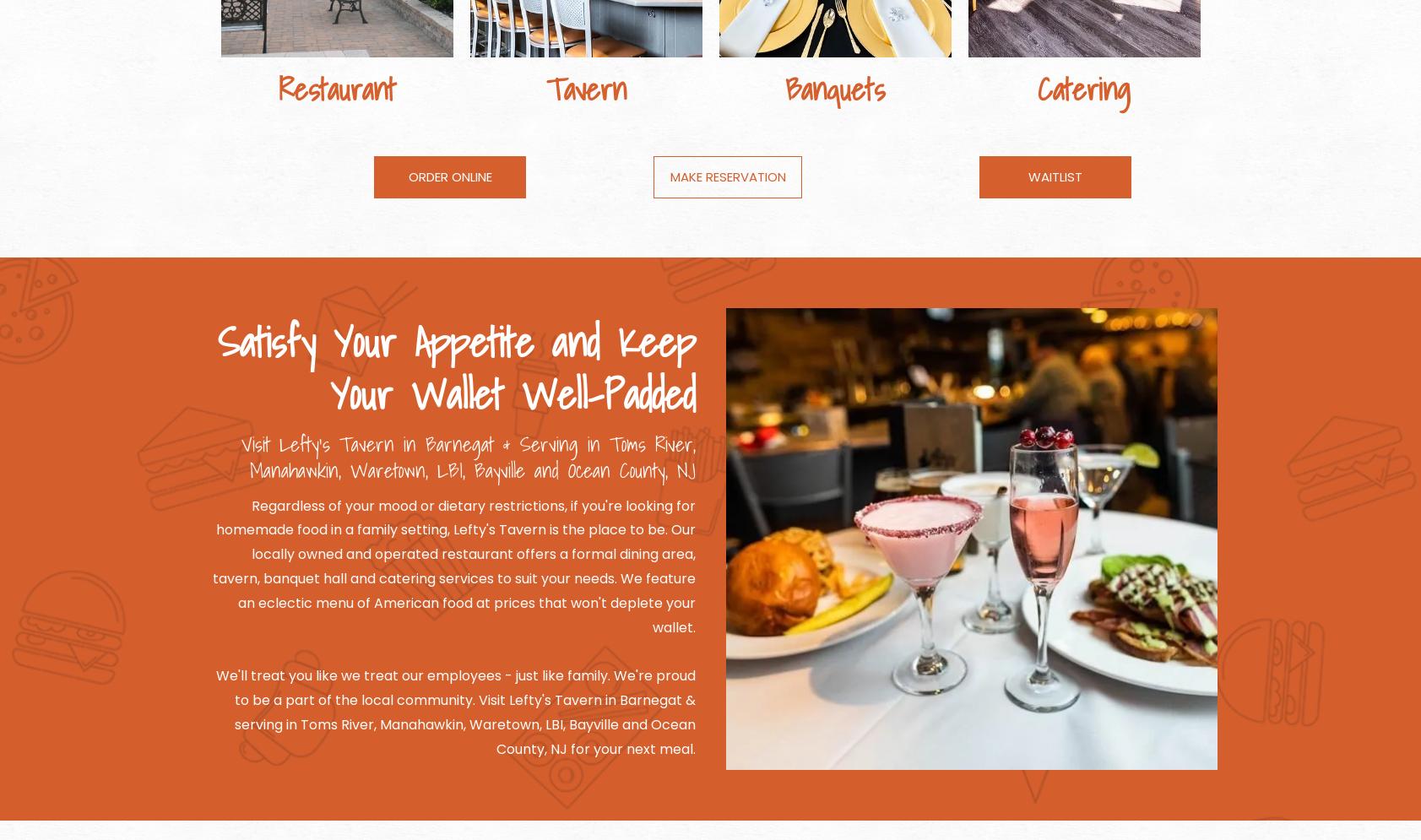  What do you see at coordinates (456, 366) in the screenshot?
I see `'Satisfy Your Appetite and Keep Your Wallet Well-Padded'` at bounding box center [456, 366].